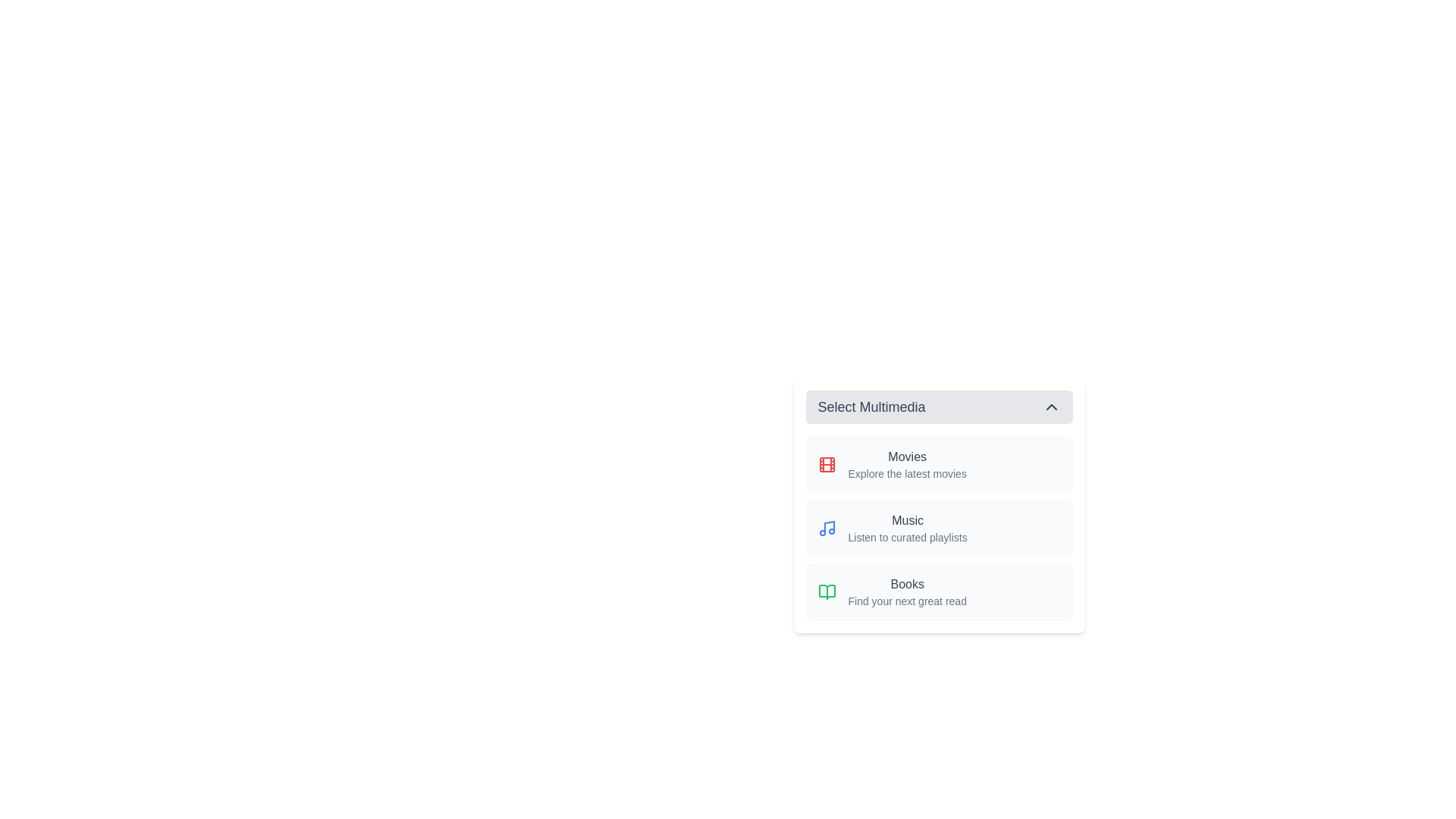 The height and width of the screenshot is (819, 1456). Describe the element at coordinates (938, 406) in the screenshot. I see `the 'Select Multimedia' button with a light gray background and rounded corners` at that location.